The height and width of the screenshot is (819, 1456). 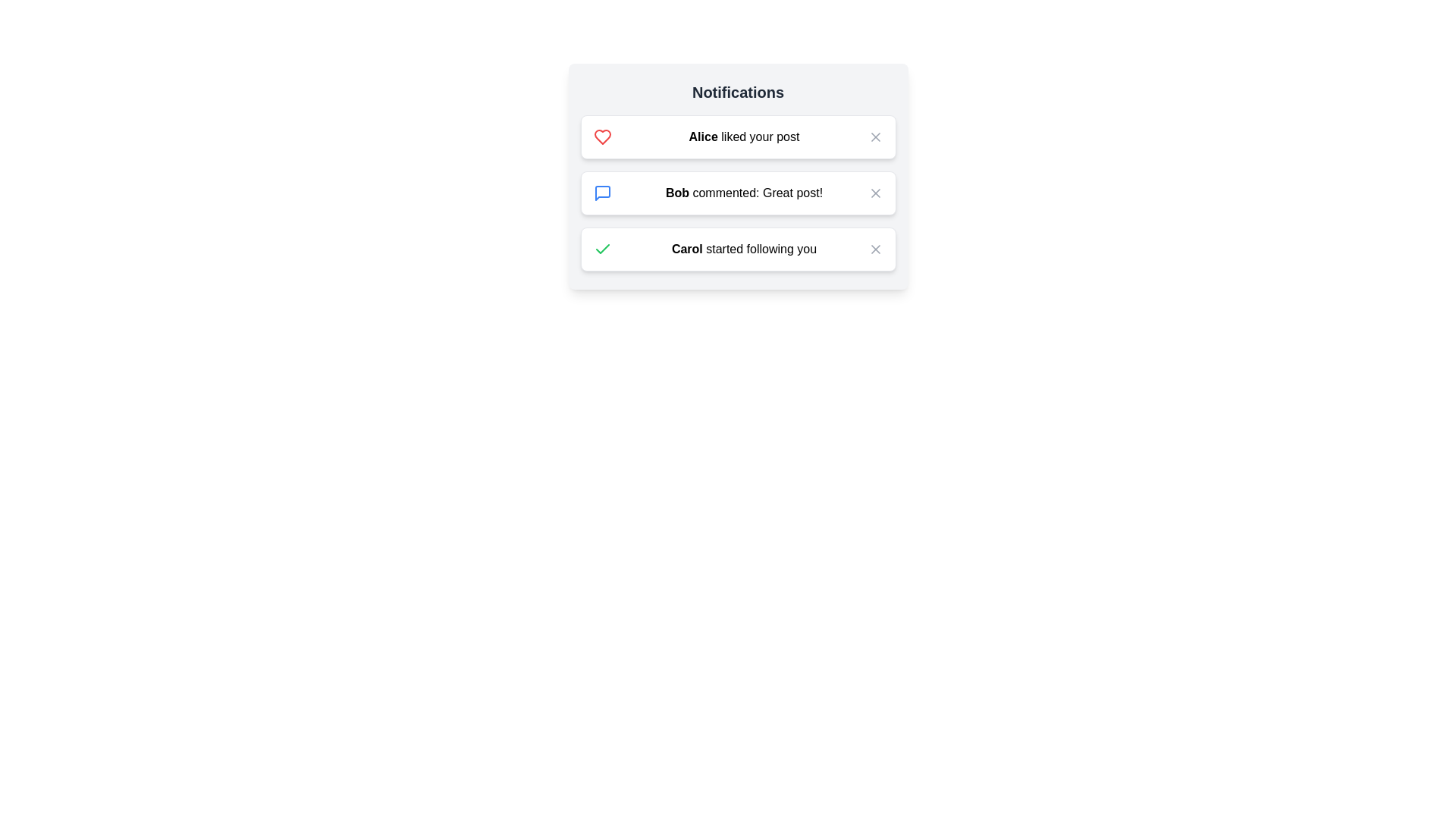 I want to click on the green checkmark icon indicating 'Carol started following you' in the notification row, so click(x=601, y=248).